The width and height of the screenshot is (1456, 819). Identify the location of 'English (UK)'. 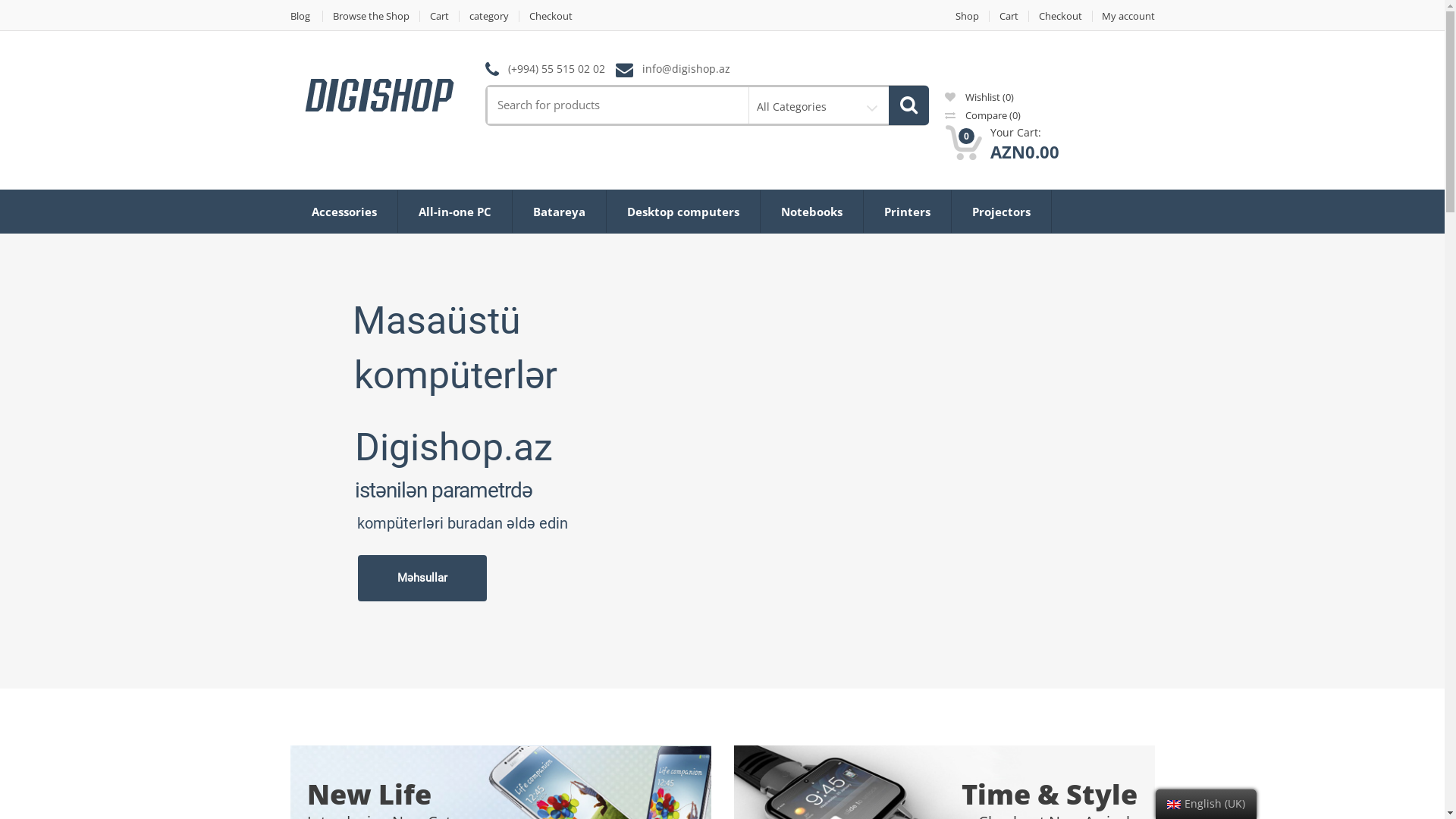
(1172, 803).